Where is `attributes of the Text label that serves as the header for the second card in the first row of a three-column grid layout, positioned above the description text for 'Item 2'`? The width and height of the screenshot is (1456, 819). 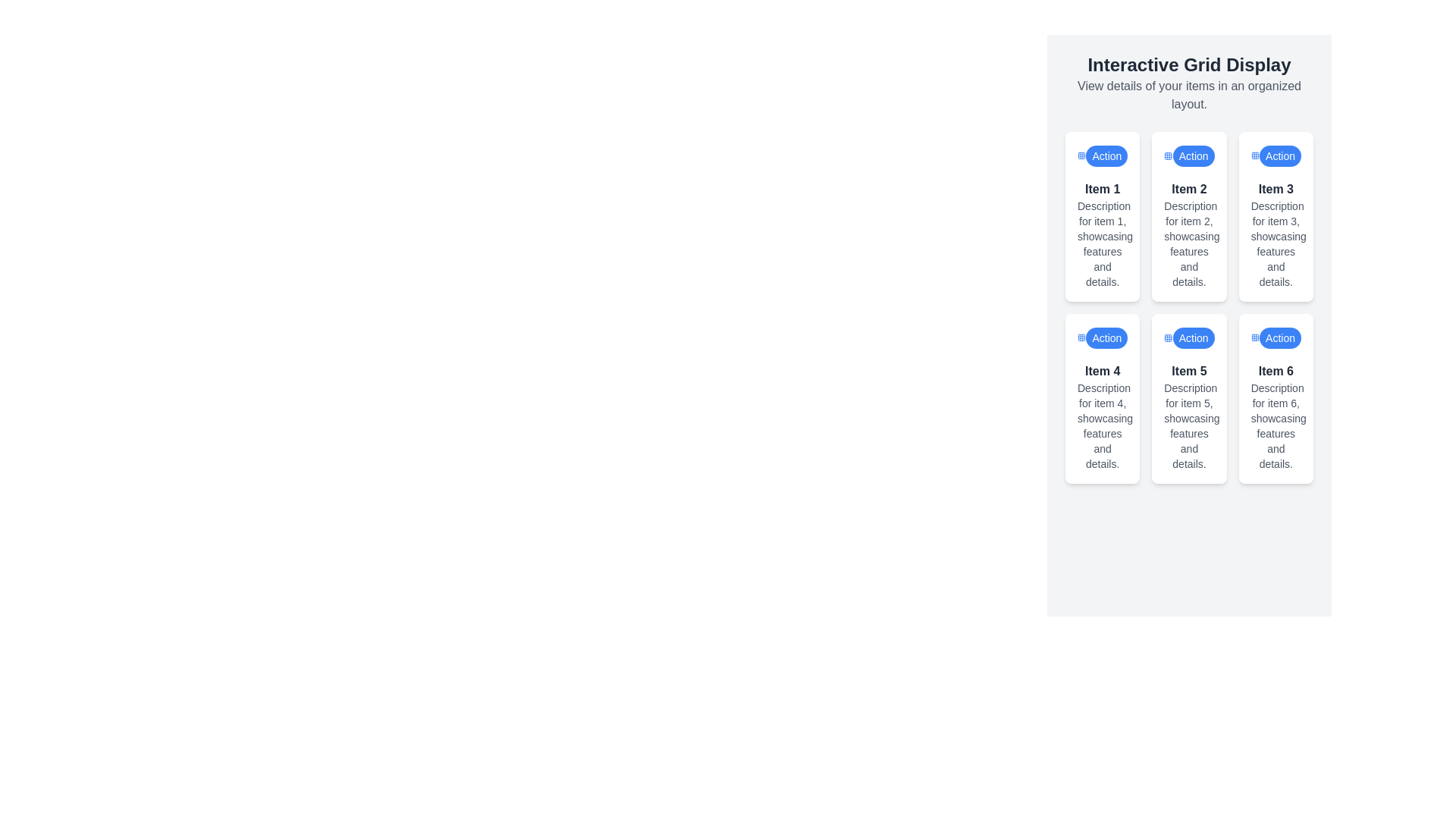 attributes of the Text label that serves as the header for the second card in the first row of a three-column grid layout, positioned above the description text for 'Item 2' is located at coordinates (1188, 189).